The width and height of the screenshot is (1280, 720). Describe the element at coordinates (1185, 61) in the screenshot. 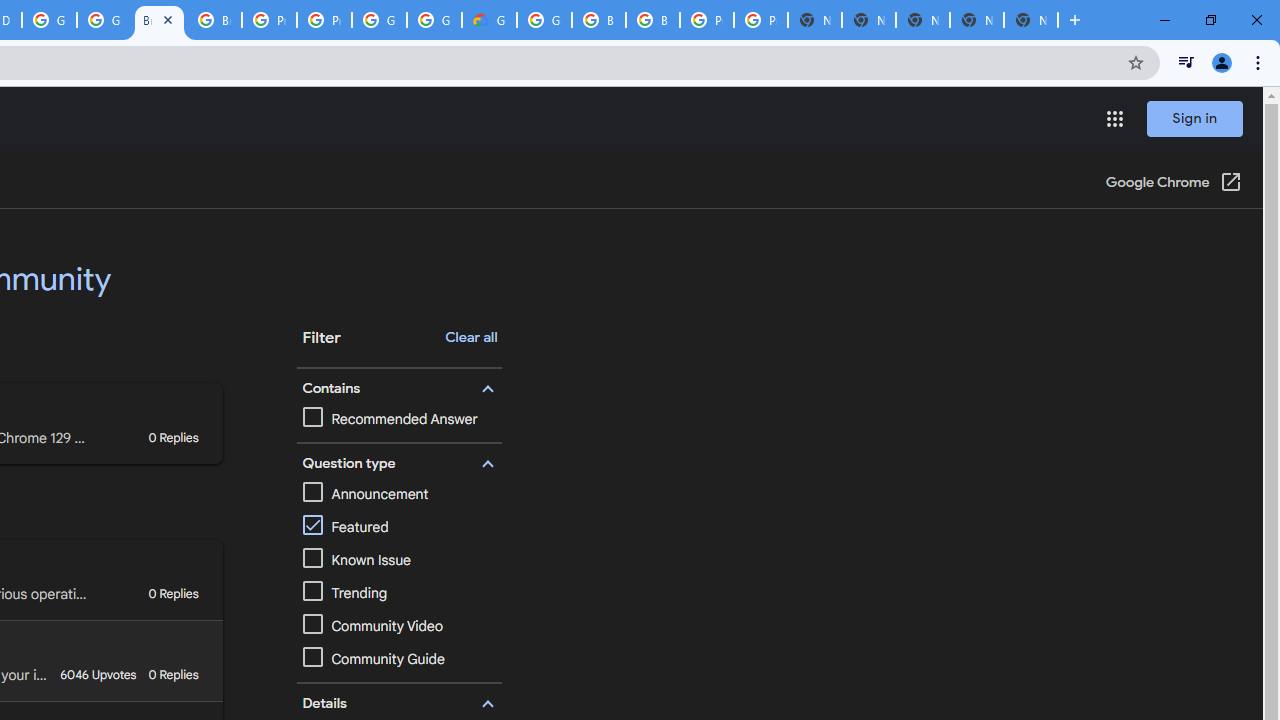

I see `'Control your music, videos, and more'` at that location.